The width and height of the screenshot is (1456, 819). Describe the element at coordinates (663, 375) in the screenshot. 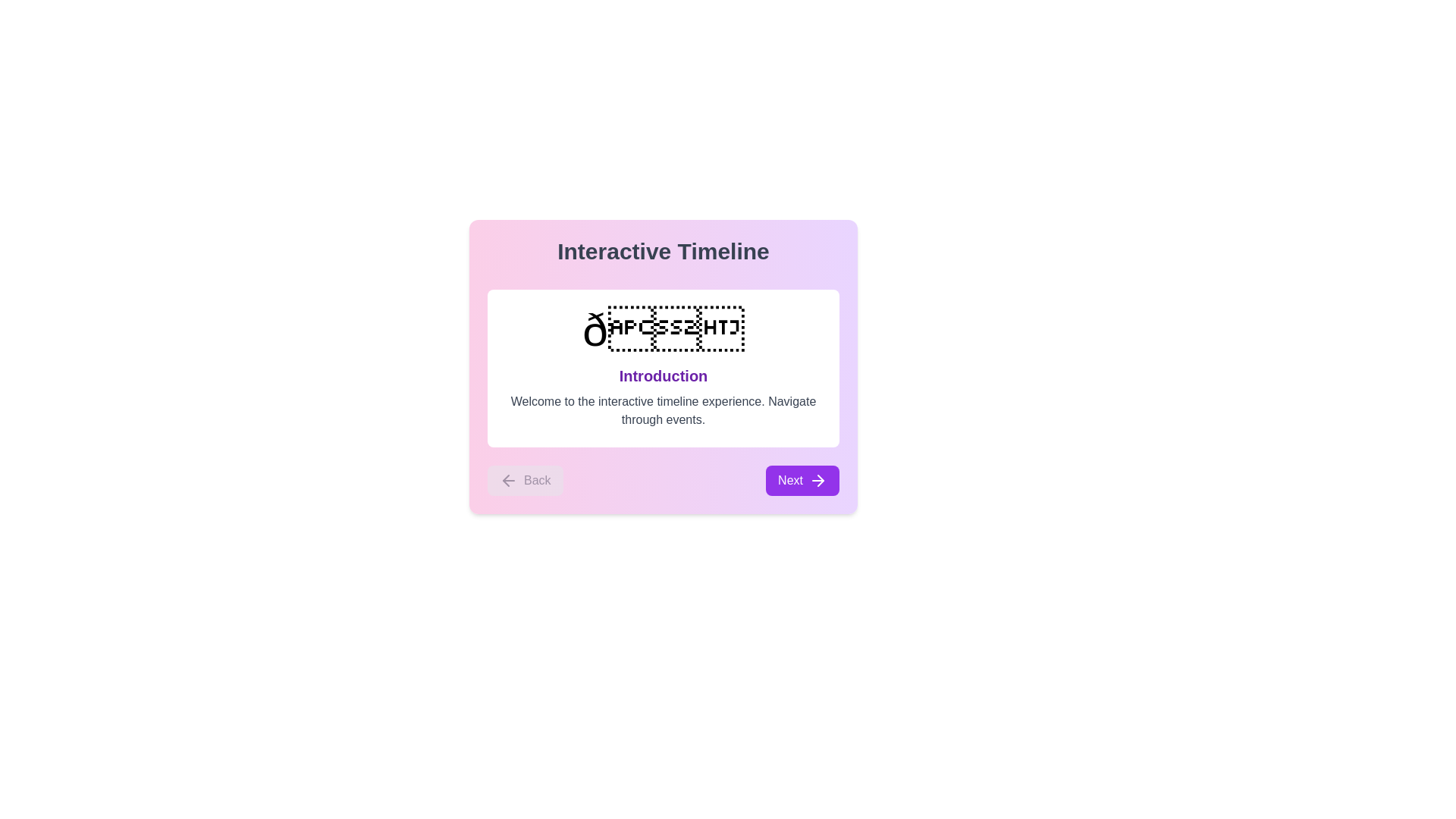

I see `the 'Introduction' text label that is bold, purple, and centrally located within a white rounded rectangular card` at that location.